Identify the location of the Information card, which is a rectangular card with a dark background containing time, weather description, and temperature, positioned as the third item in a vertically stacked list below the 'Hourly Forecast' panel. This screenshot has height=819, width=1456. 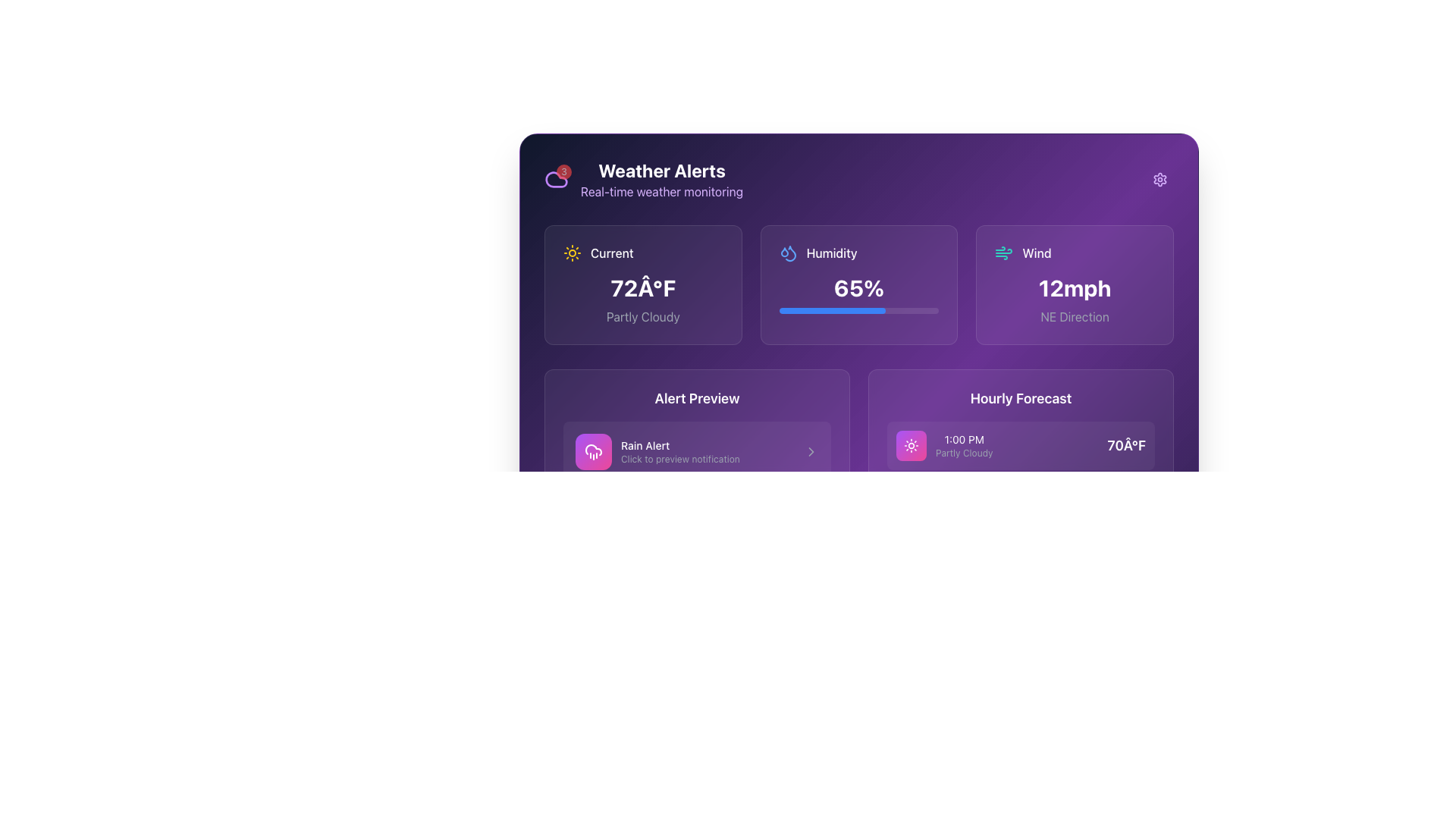
(1021, 567).